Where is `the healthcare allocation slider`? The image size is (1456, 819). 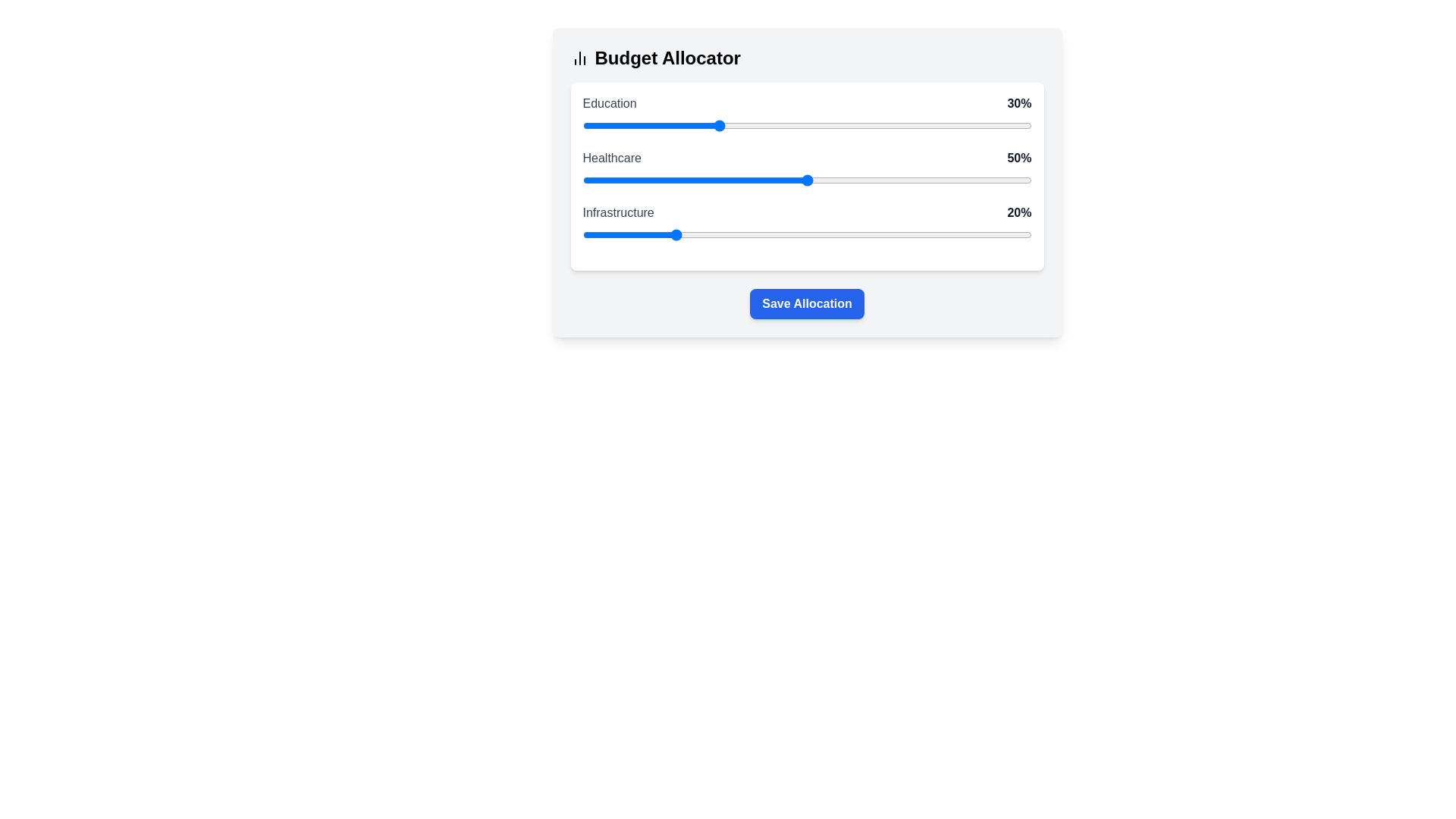
the healthcare allocation slider is located at coordinates (654, 180).